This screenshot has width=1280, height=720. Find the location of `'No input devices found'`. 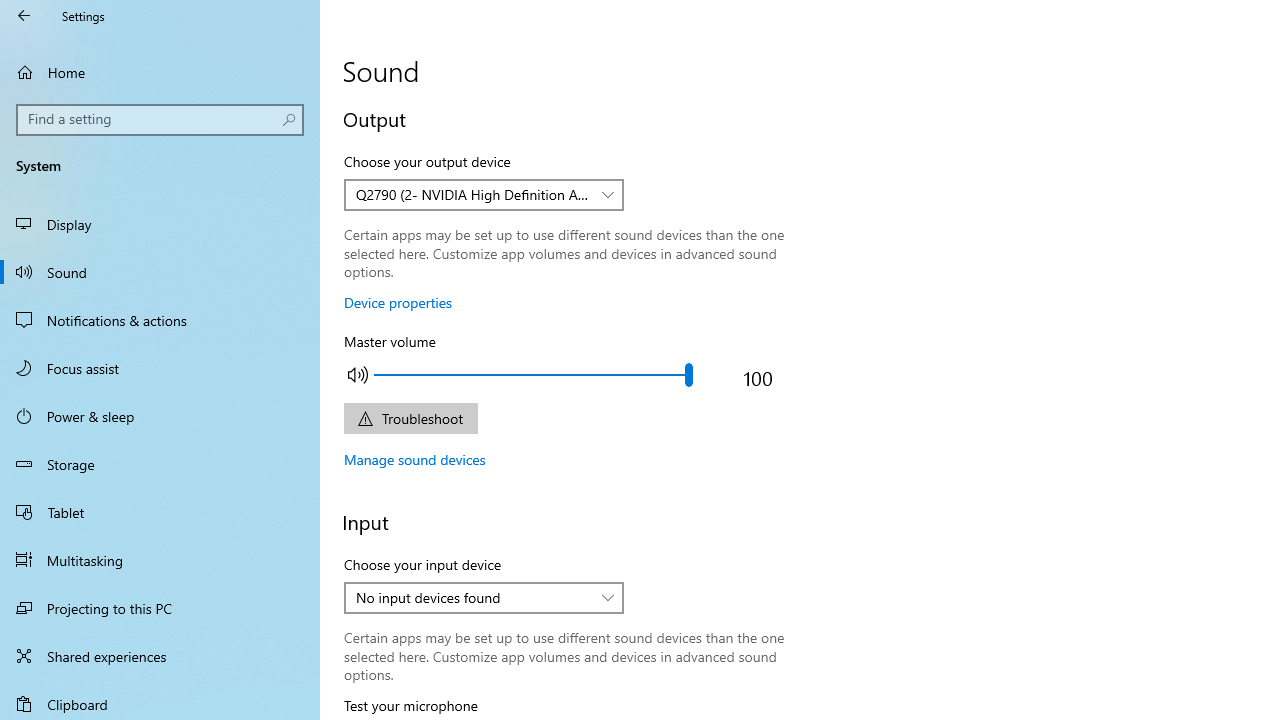

'No input devices found' is located at coordinates (472, 596).